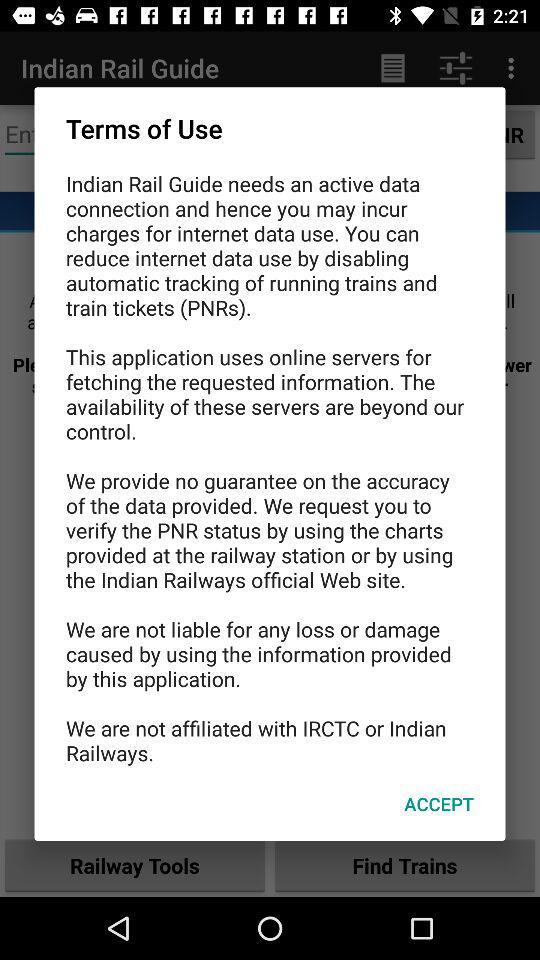 Image resolution: width=540 pixels, height=960 pixels. Describe the element at coordinates (438, 804) in the screenshot. I see `icon at the bottom right corner` at that location.